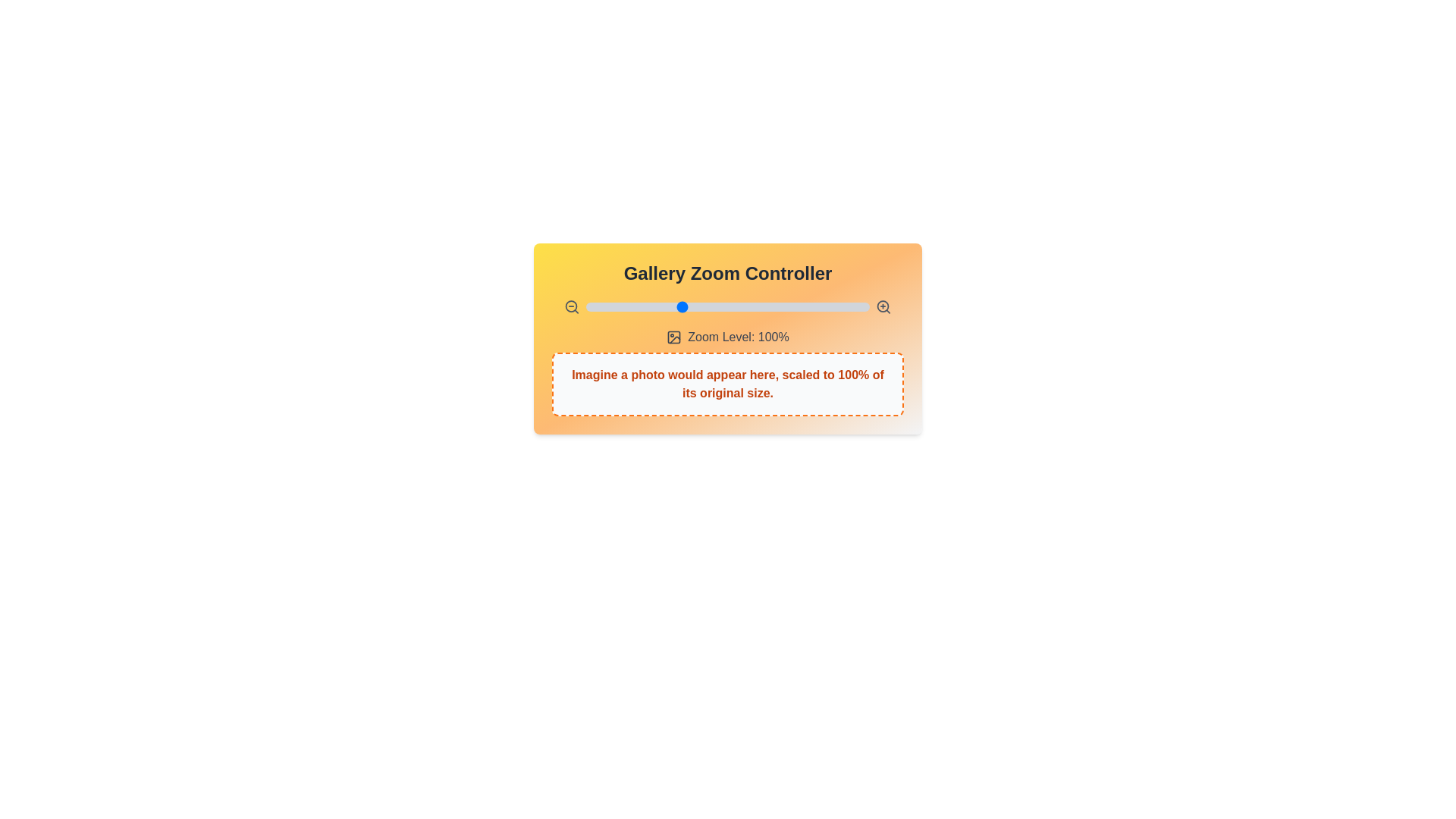 Image resolution: width=1456 pixels, height=819 pixels. Describe the element at coordinates (839, 307) in the screenshot. I see `the zoom level to 184% by interacting with the slider` at that location.